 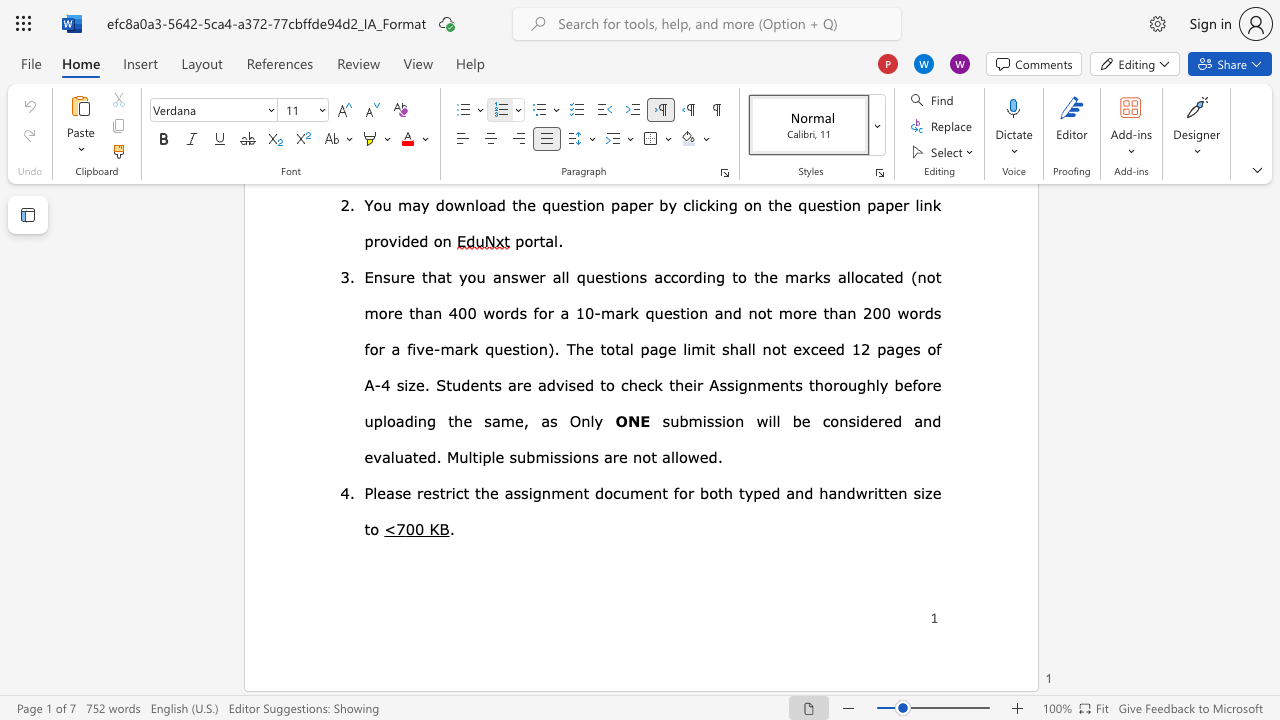 What do you see at coordinates (748, 492) in the screenshot?
I see `the 1th character "y" in the text` at bounding box center [748, 492].